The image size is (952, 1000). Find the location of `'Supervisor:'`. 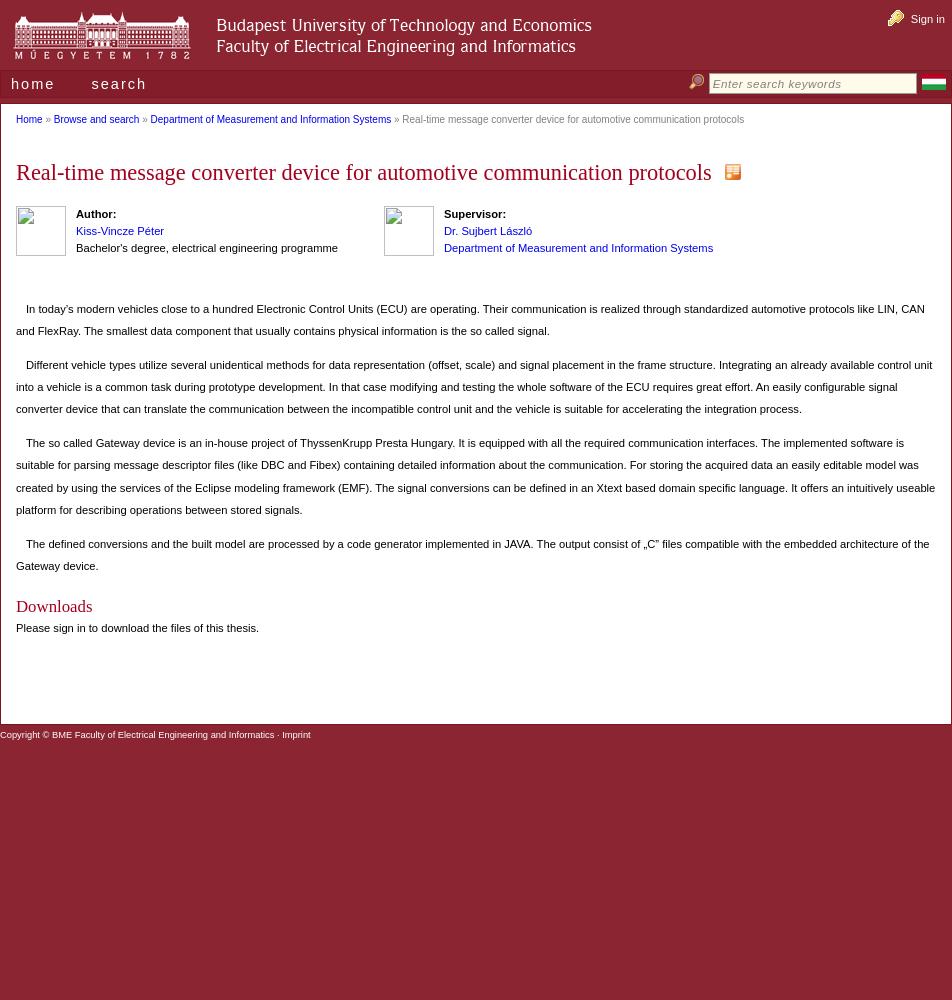

'Supervisor:' is located at coordinates (474, 213).